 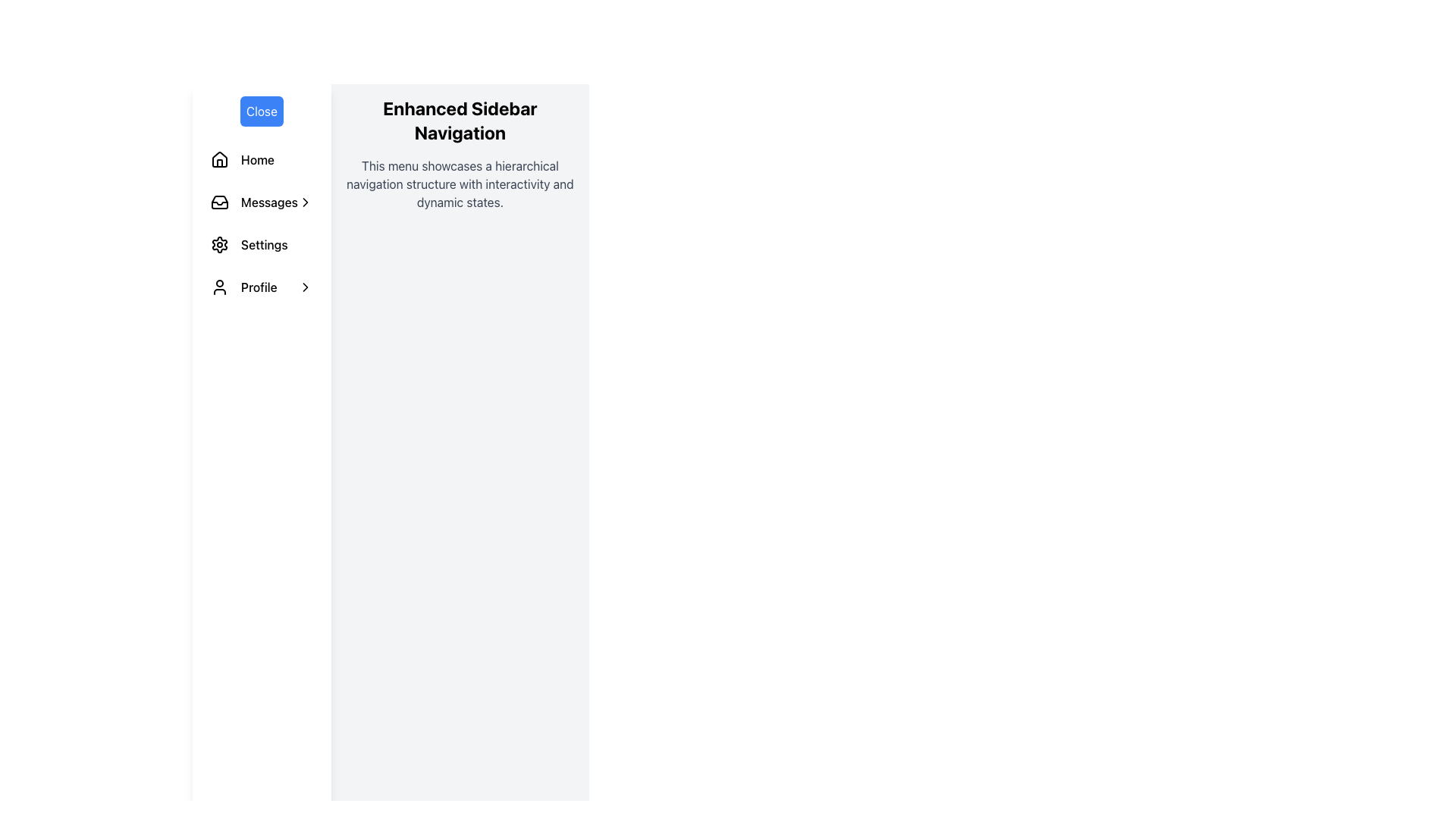 What do you see at coordinates (304, 201) in the screenshot?
I see `the right-pointing chevron icon located on the far-right side of the 'Messages' navigation item in the sidebar` at bounding box center [304, 201].